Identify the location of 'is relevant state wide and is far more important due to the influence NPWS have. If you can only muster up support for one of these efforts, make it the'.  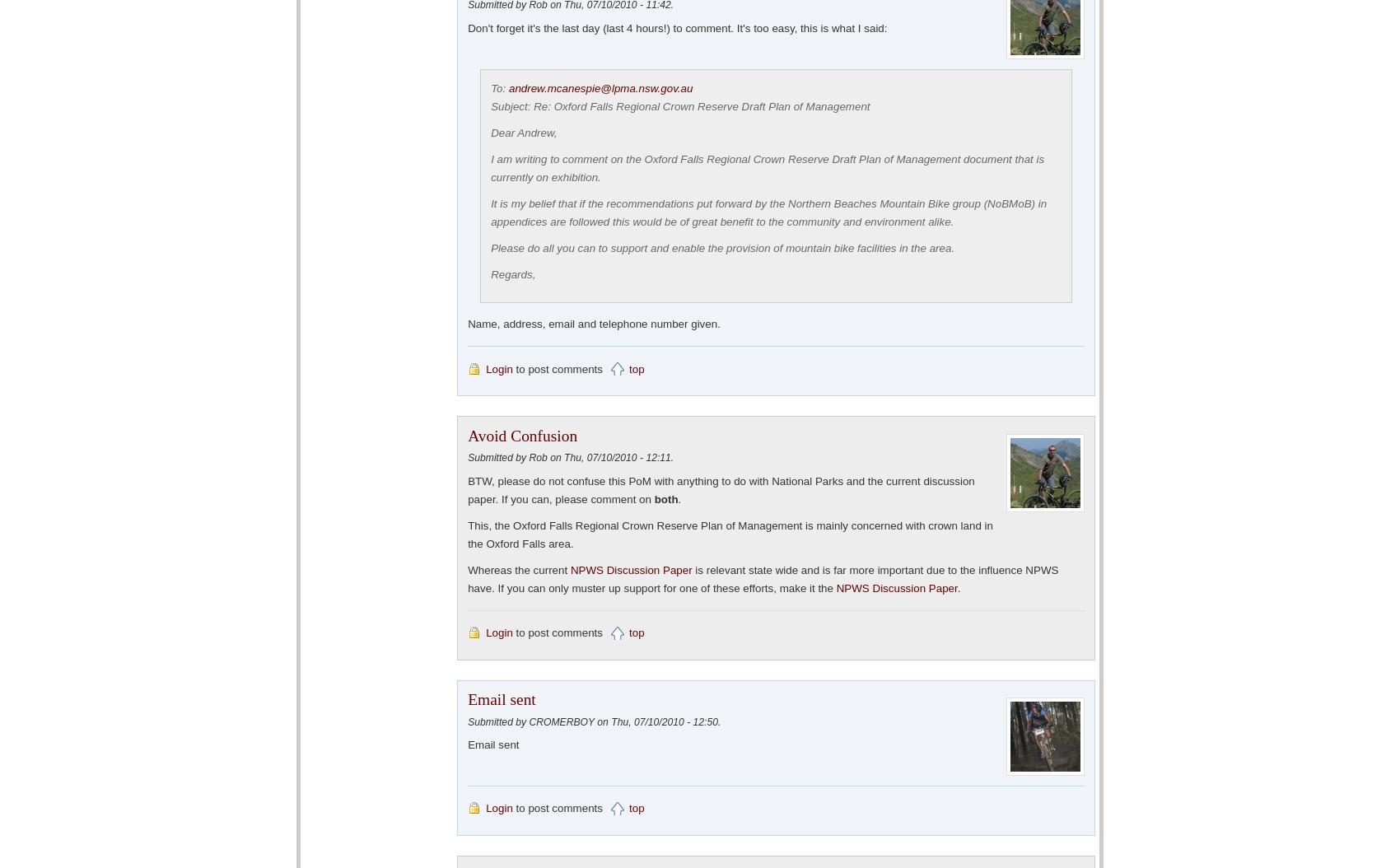
(763, 577).